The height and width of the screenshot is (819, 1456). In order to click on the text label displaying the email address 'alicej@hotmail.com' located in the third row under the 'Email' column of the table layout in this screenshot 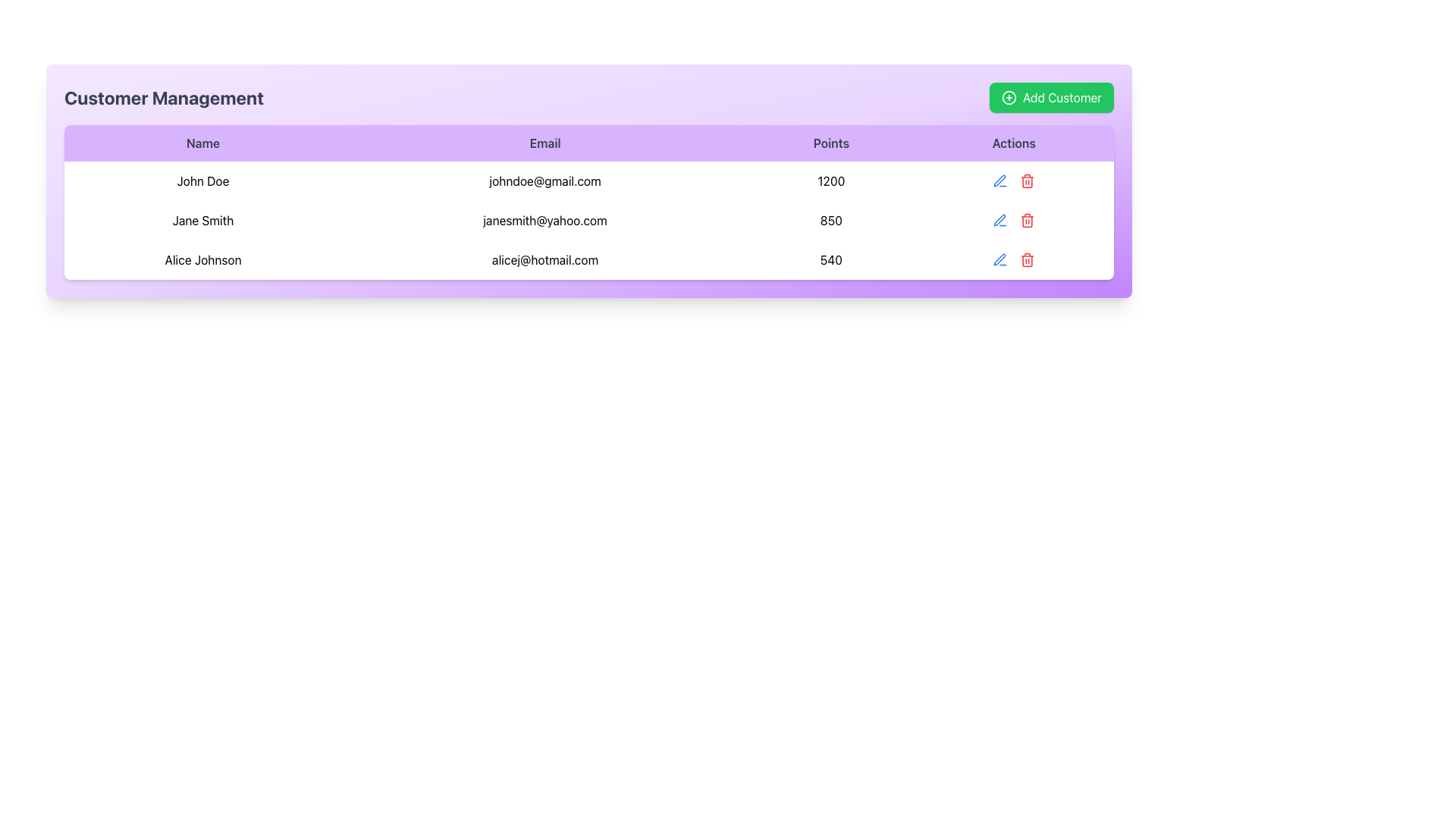, I will do `click(545, 259)`.